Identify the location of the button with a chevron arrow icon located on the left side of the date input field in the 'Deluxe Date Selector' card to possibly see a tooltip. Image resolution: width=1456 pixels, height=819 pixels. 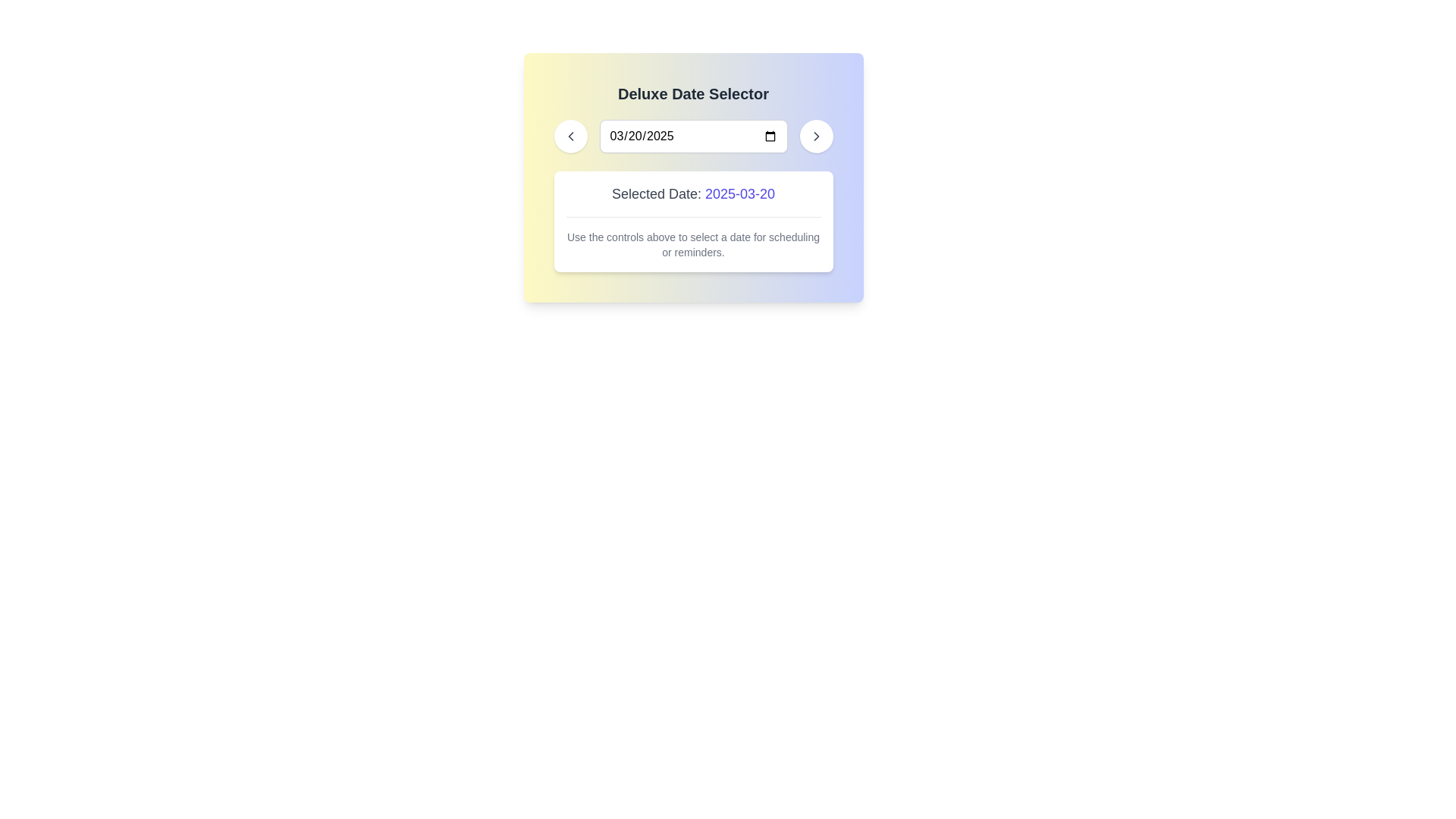
(570, 136).